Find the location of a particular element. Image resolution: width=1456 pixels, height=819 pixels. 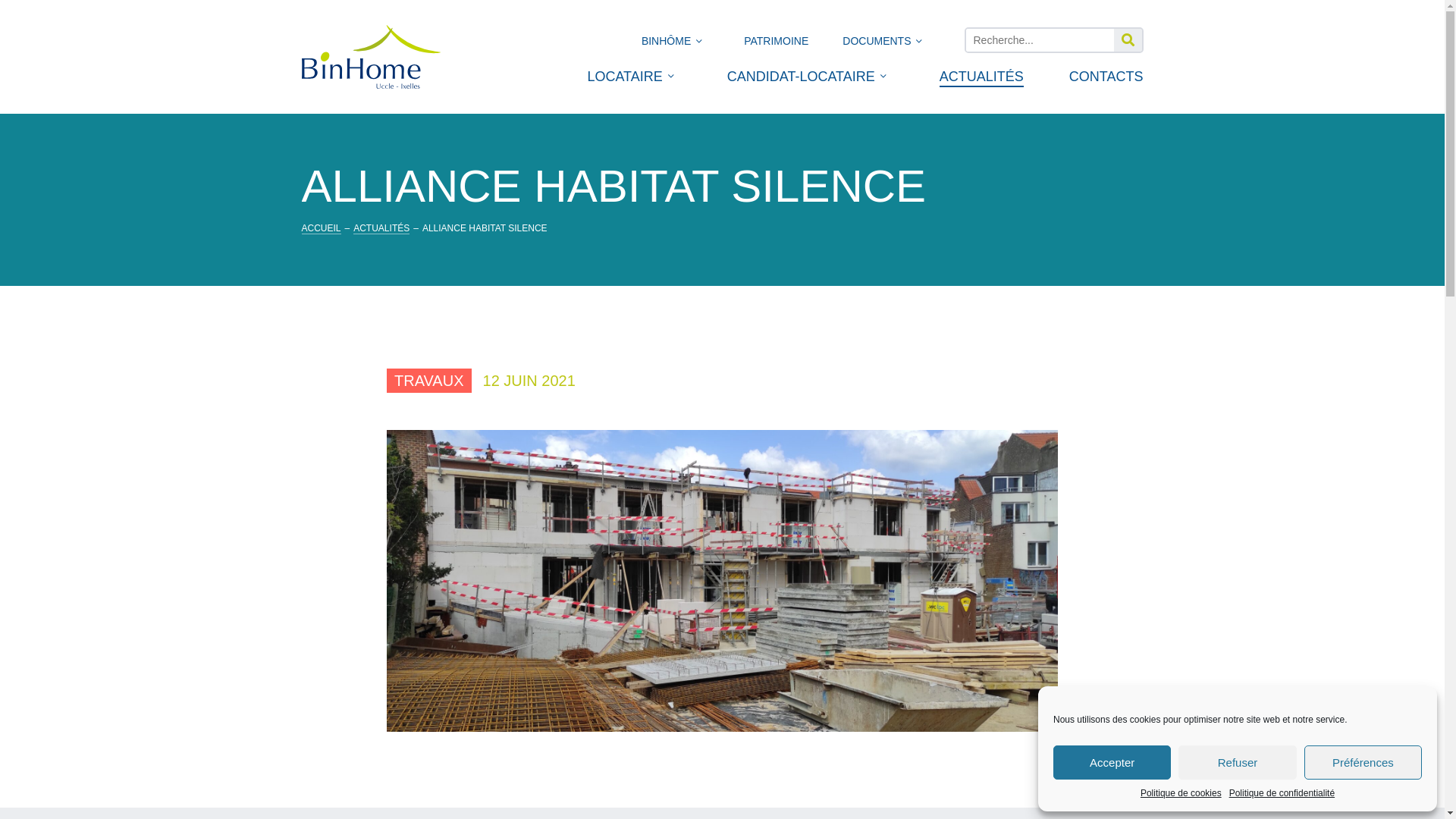

'PATRIMOINE' is located at coordinates (776, 44).